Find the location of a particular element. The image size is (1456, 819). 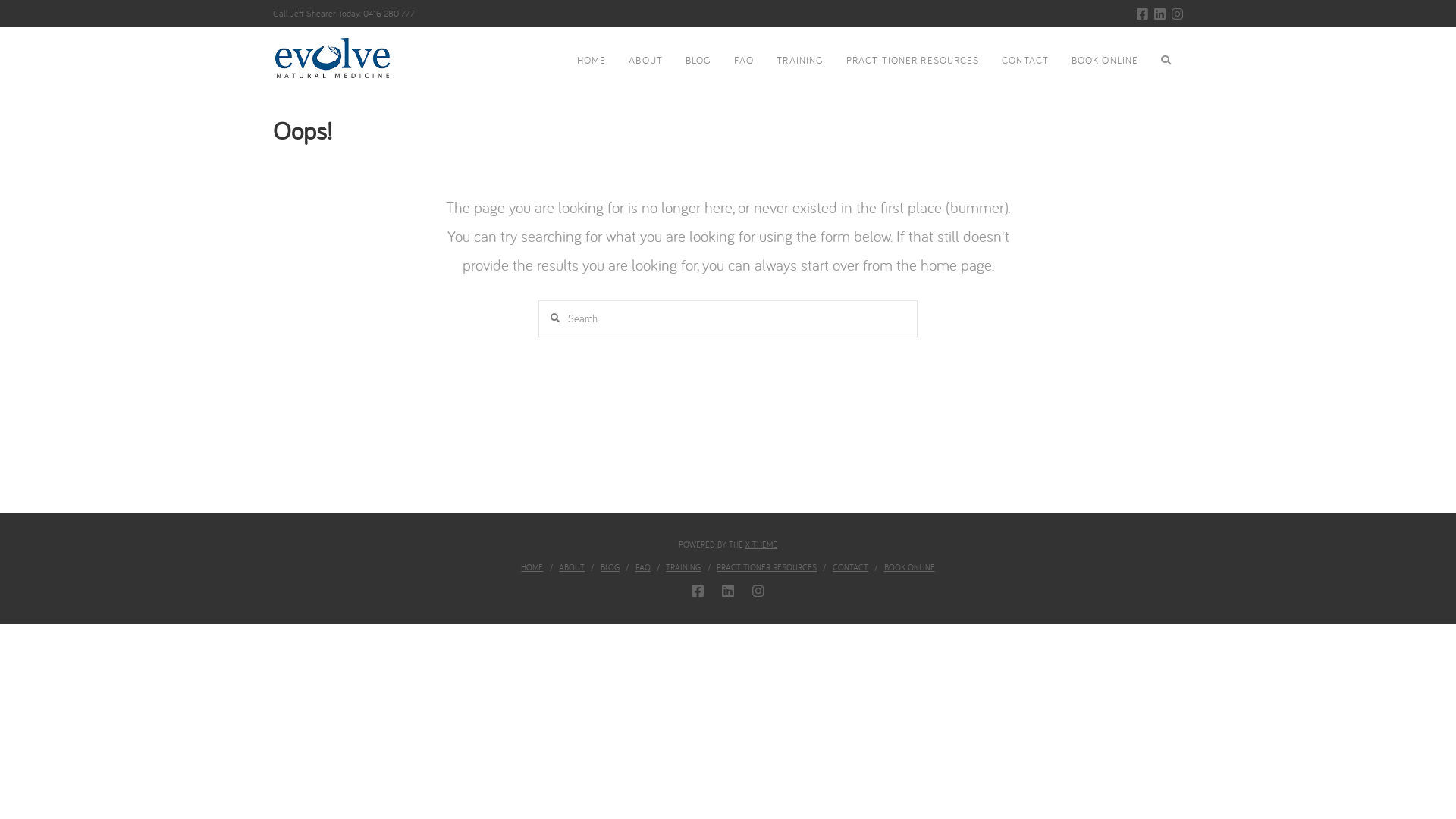

'X THEME' is located at coordinates (745, 543).